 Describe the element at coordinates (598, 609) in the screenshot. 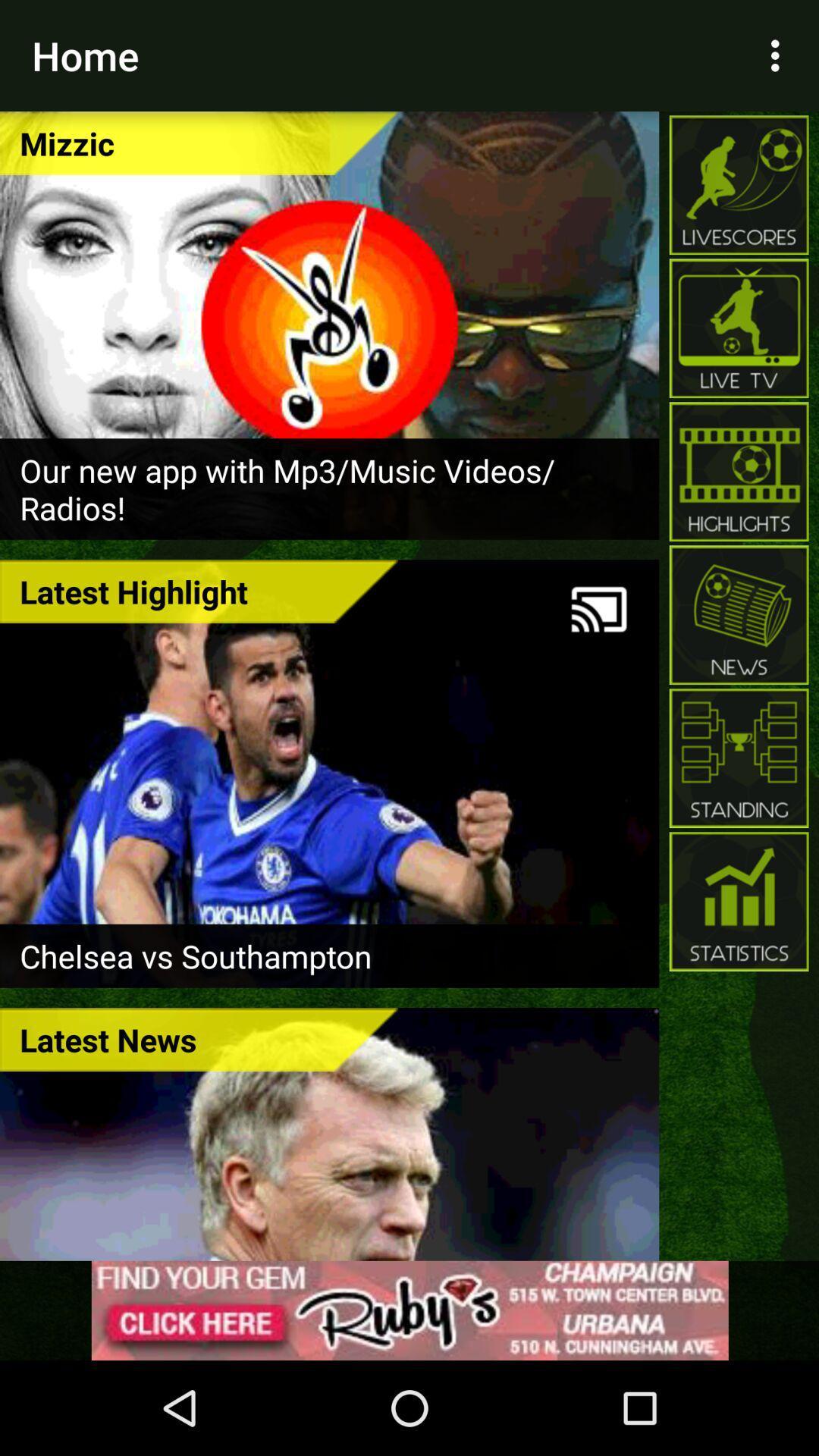

I see `cast to other device` at that location.